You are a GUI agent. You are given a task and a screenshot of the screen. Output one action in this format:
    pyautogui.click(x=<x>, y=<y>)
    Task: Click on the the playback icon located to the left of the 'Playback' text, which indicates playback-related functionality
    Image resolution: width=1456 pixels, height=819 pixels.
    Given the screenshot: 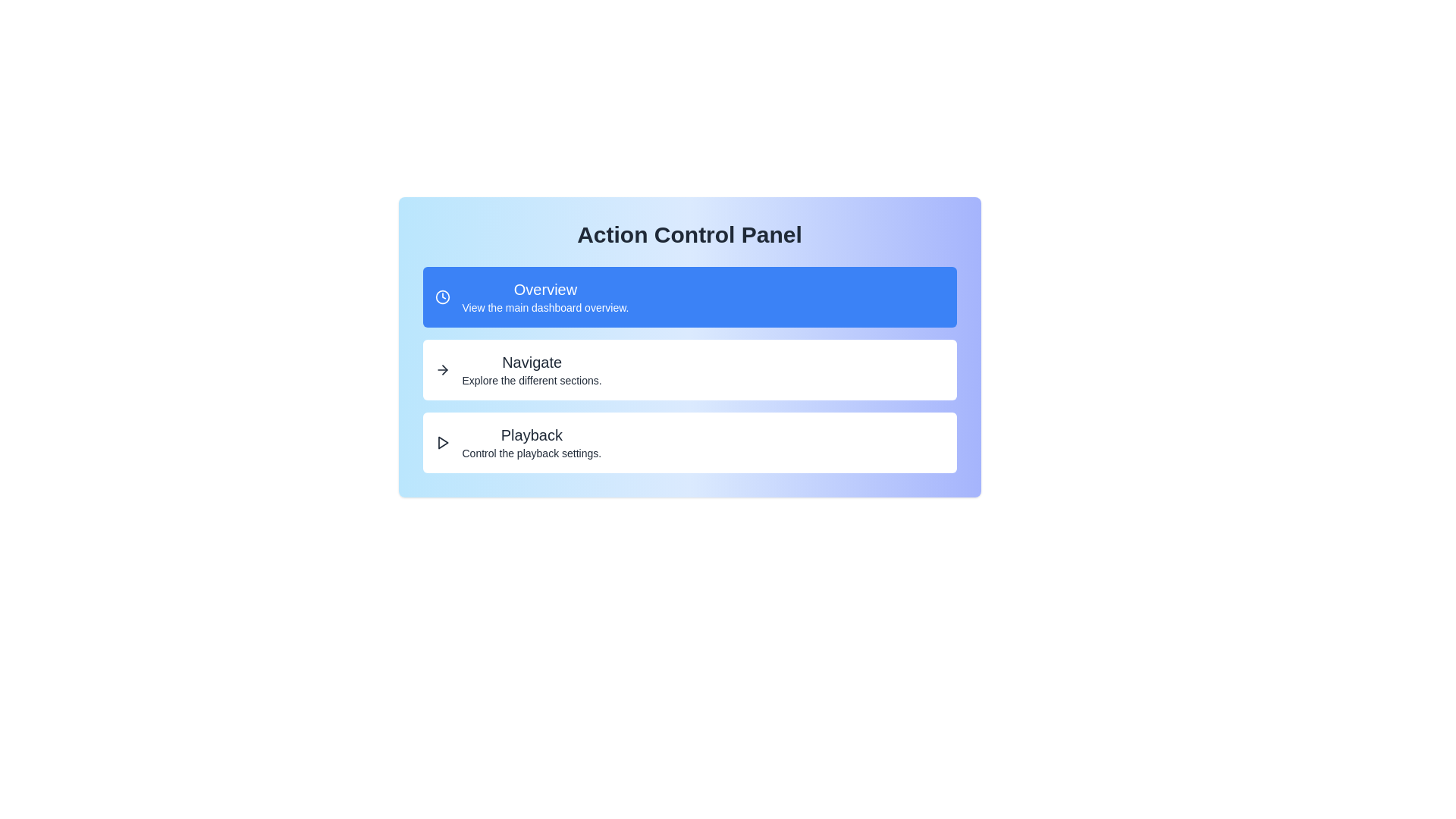 What is the action you would take?
    pyautogui.click(x=441, y=442)
    